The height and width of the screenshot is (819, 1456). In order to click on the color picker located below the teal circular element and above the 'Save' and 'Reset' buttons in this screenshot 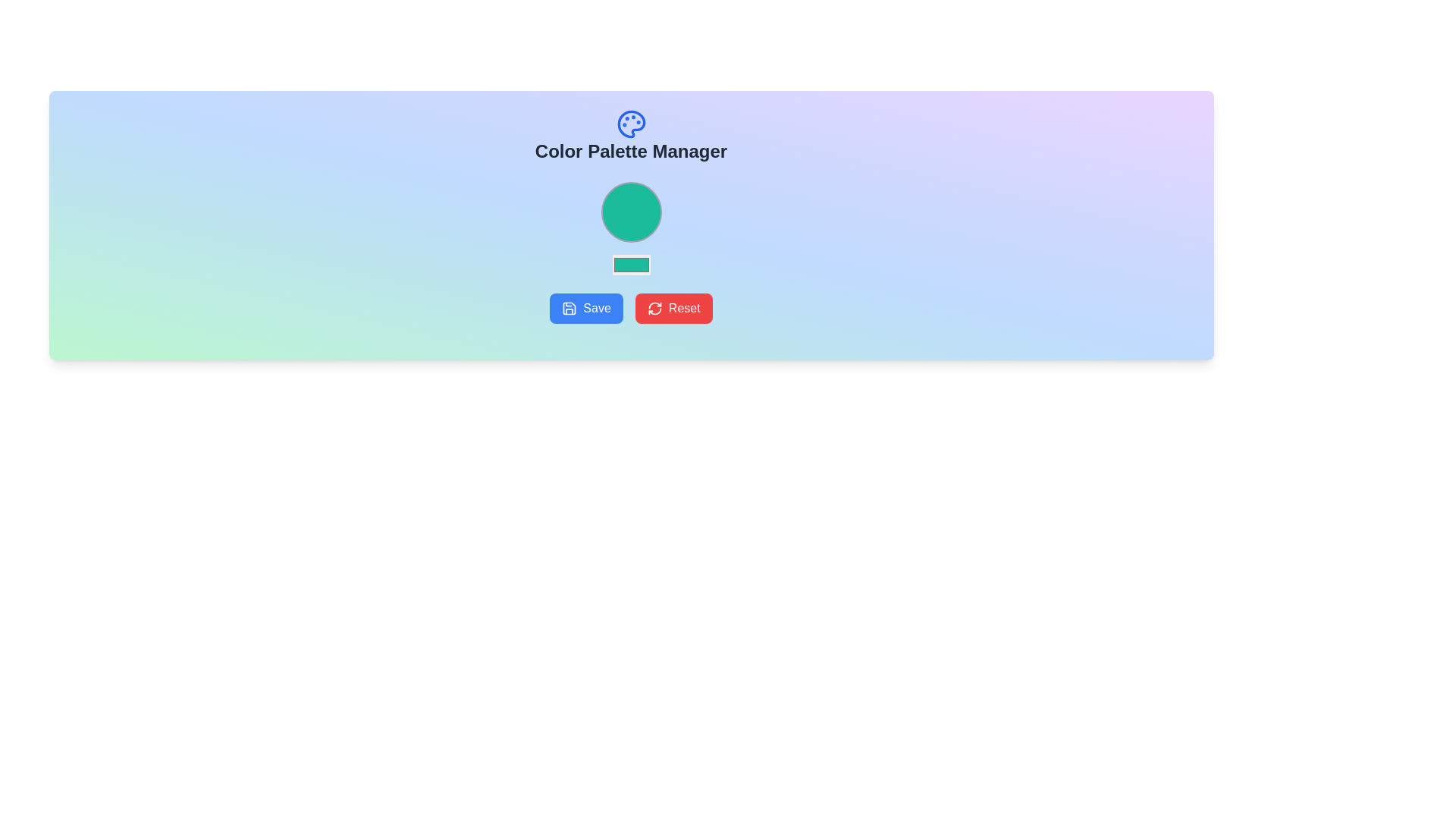, I will do `click(631, 264)`.